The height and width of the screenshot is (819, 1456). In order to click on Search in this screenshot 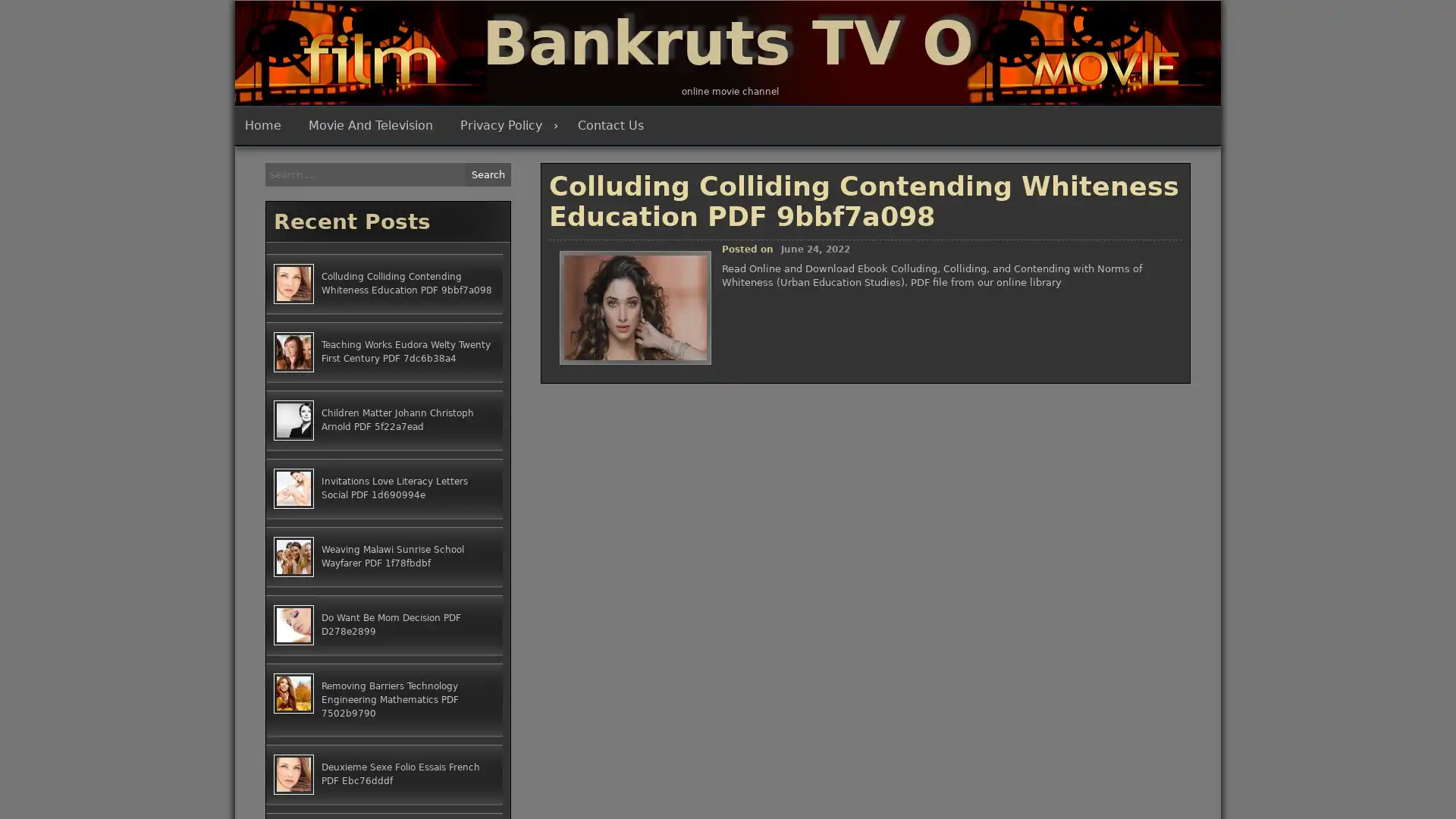, I will do `click(488, 174)`.